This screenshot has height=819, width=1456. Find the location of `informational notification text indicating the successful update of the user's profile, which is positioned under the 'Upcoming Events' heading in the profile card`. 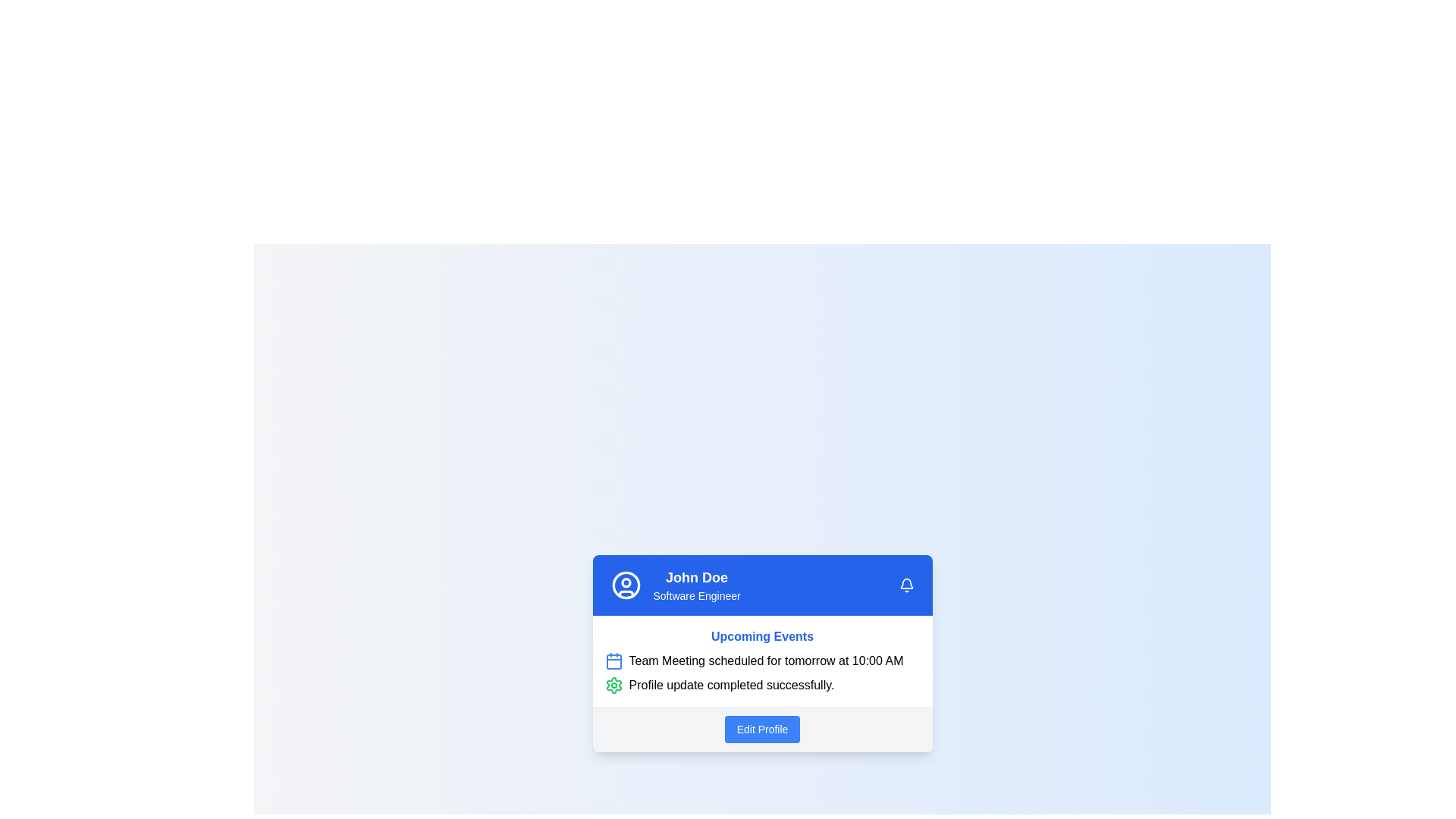

informational notification text indicating the successful update of the user's profile, which is positioned under the 'Upcoming Events' heading in the profile card is located at coordinates (762, 685).